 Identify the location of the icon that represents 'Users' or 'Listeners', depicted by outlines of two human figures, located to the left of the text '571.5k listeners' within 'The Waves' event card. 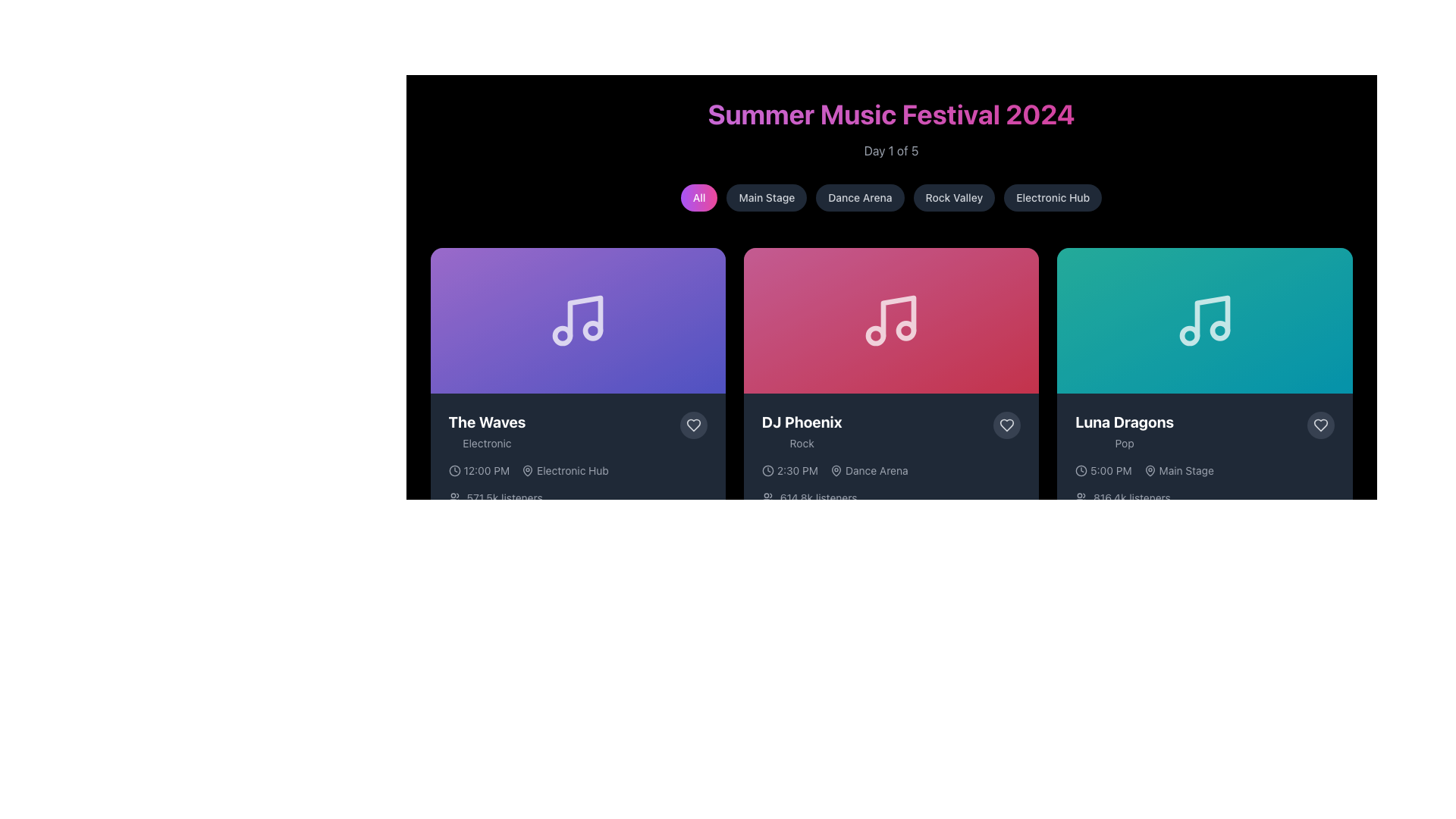
(453, 497).